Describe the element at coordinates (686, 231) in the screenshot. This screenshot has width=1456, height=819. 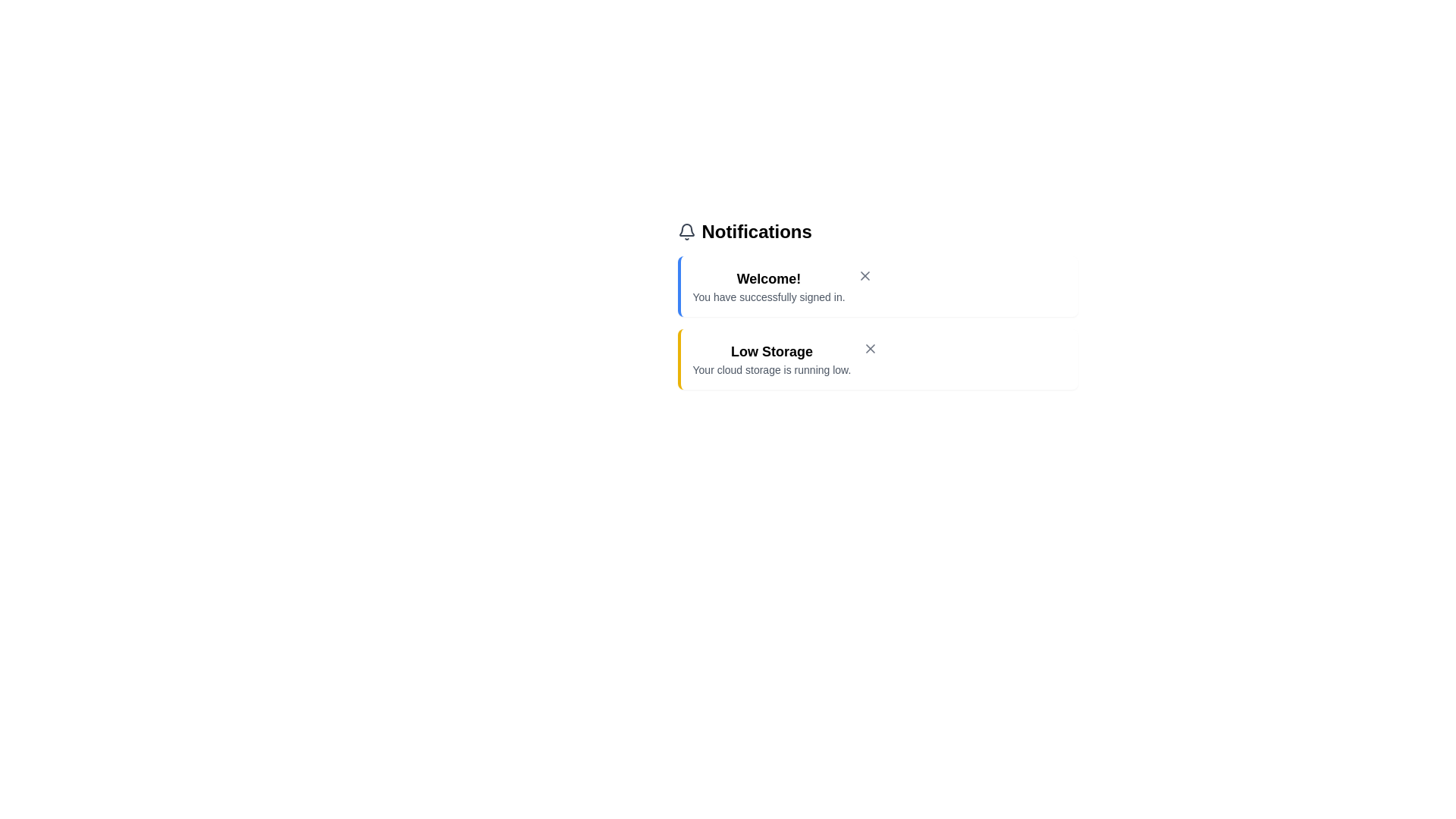
I see `the notification icon located at the top-left of the 'Notifications' section, directly left of the 'Notifications' text` at that location.